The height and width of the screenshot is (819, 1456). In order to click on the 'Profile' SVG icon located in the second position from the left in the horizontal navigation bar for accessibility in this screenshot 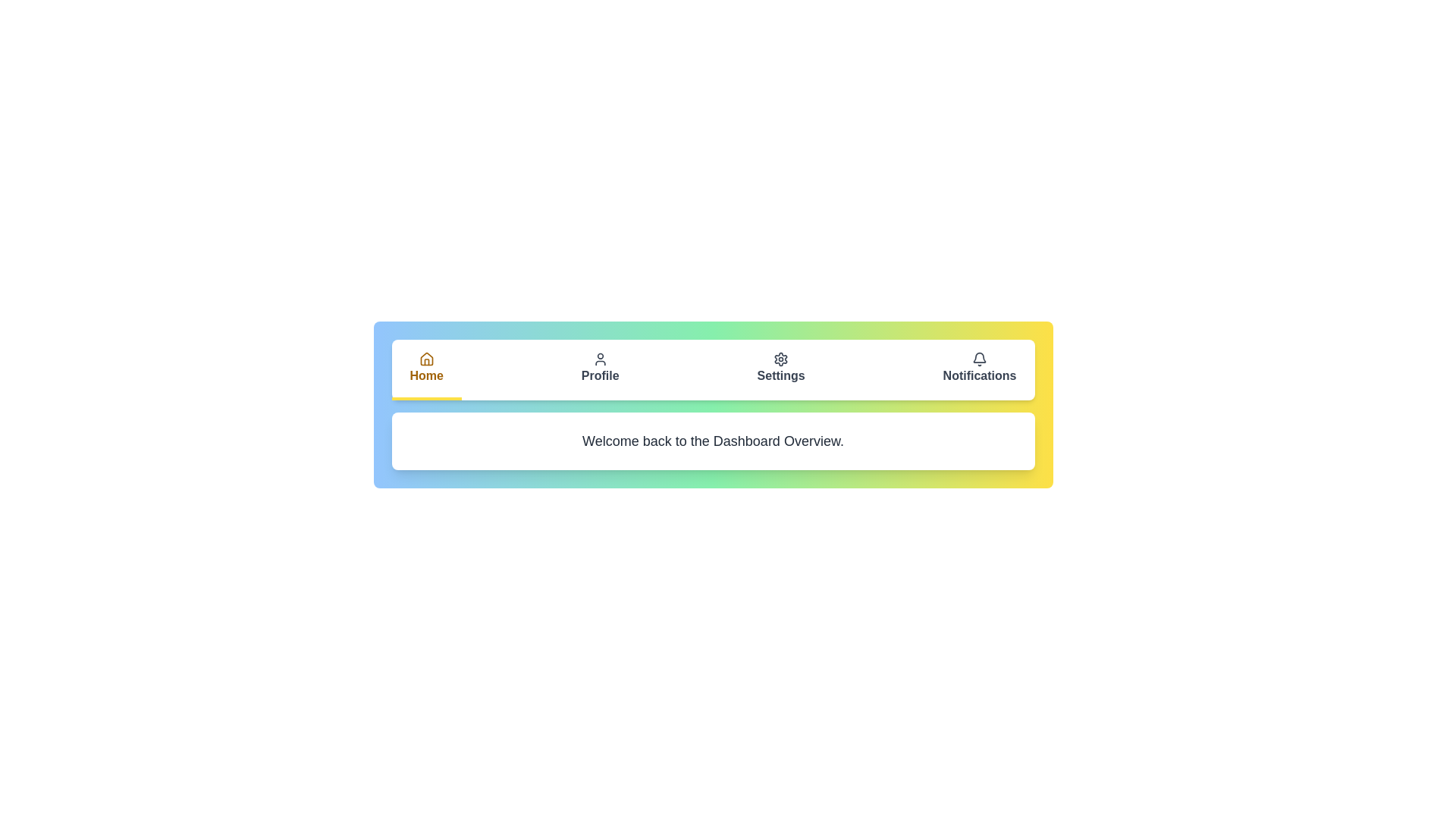, I will do `click(599, 359)`.